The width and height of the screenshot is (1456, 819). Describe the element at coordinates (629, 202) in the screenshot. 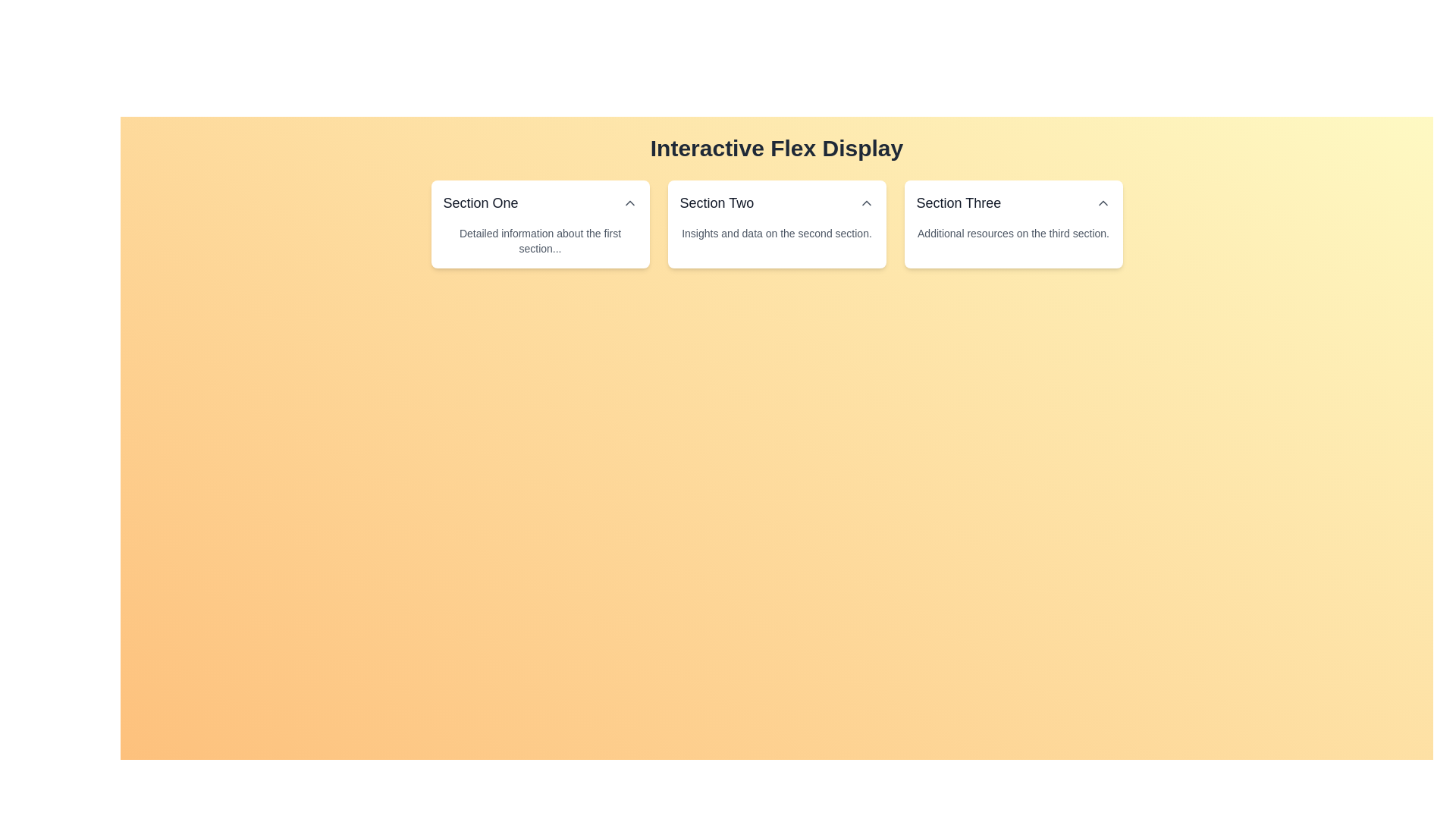

I see `the upward-pointing arrow icon button located to the right of the 'Section One' header` at that location.